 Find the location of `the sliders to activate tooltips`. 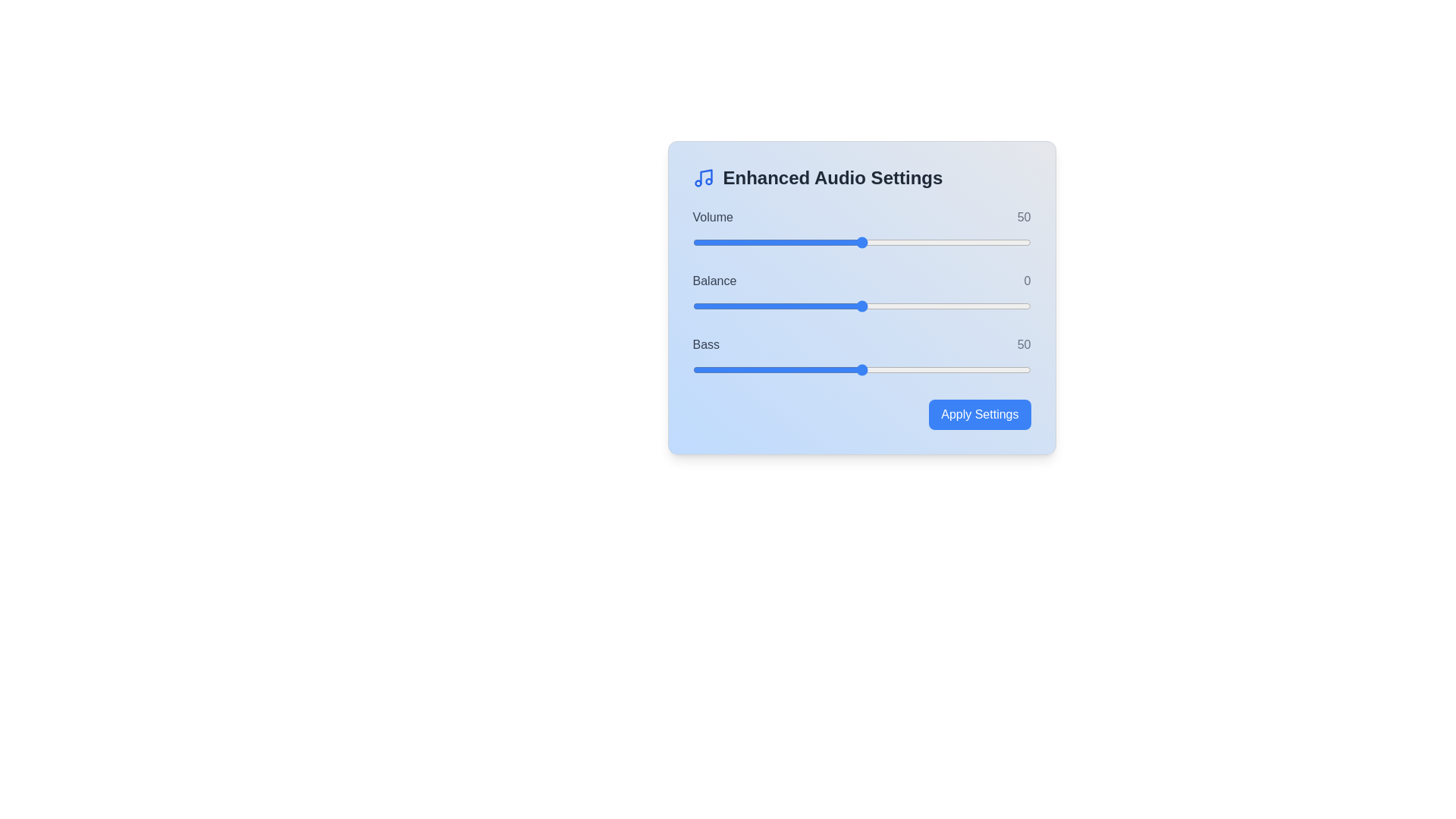

the sliders to activate tooltips is located at coordinates (861, 242).